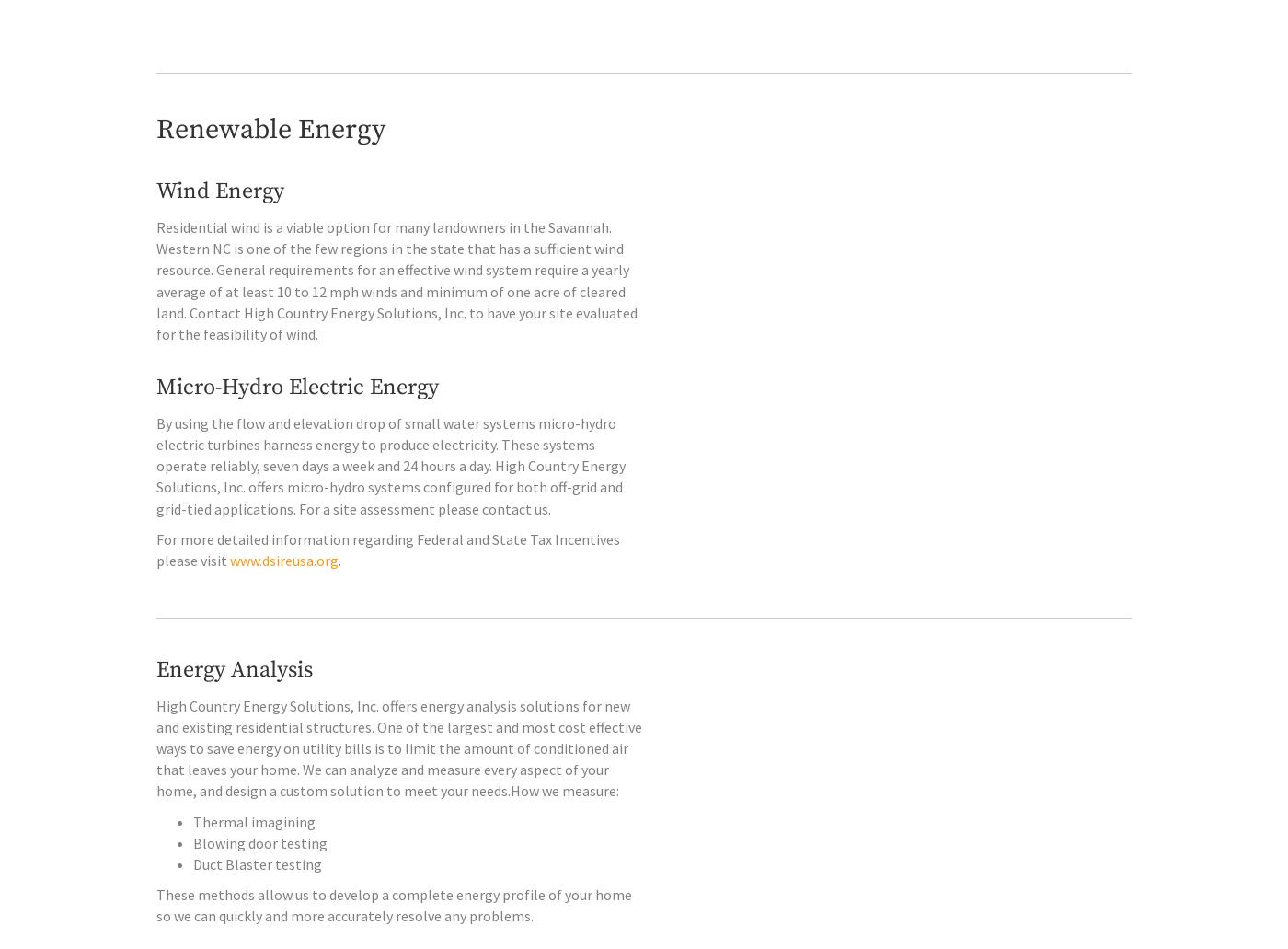  I want to click on 'Micro-Hydro Electric Energy', so click(297, 426).